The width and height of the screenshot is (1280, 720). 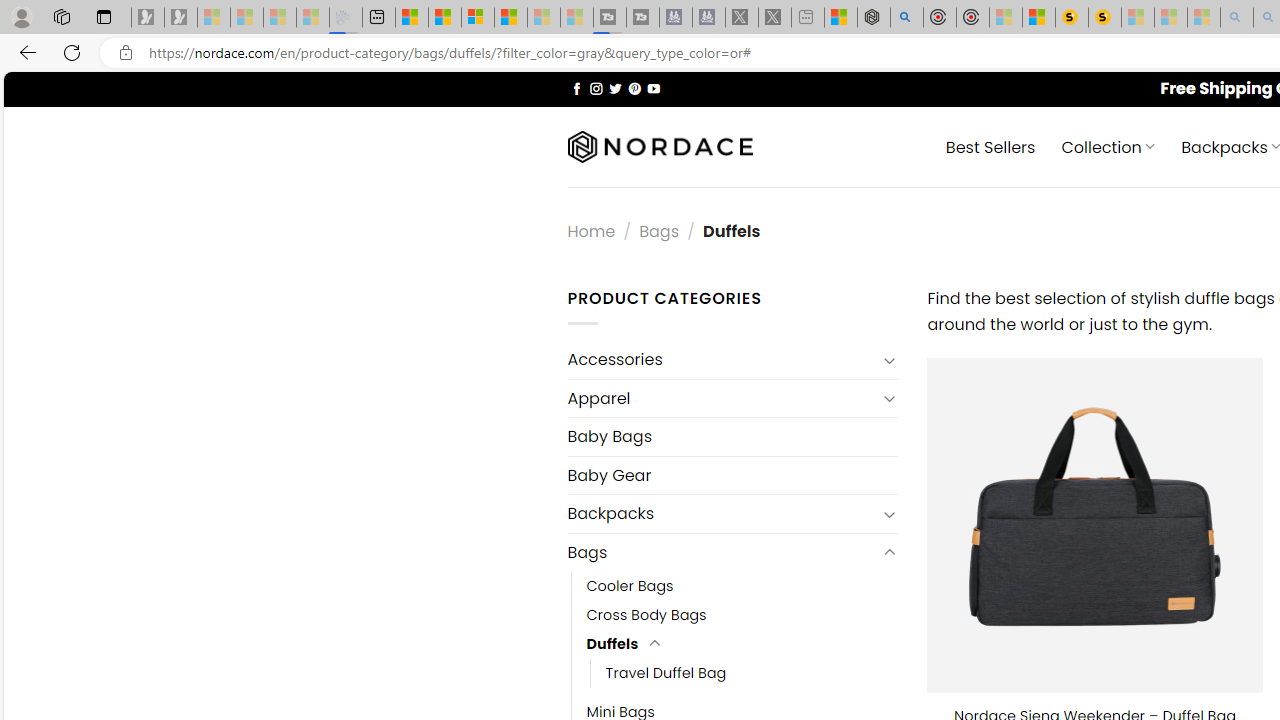 I want to click on 'Follow on Facebook', so click(x=576, y=87).